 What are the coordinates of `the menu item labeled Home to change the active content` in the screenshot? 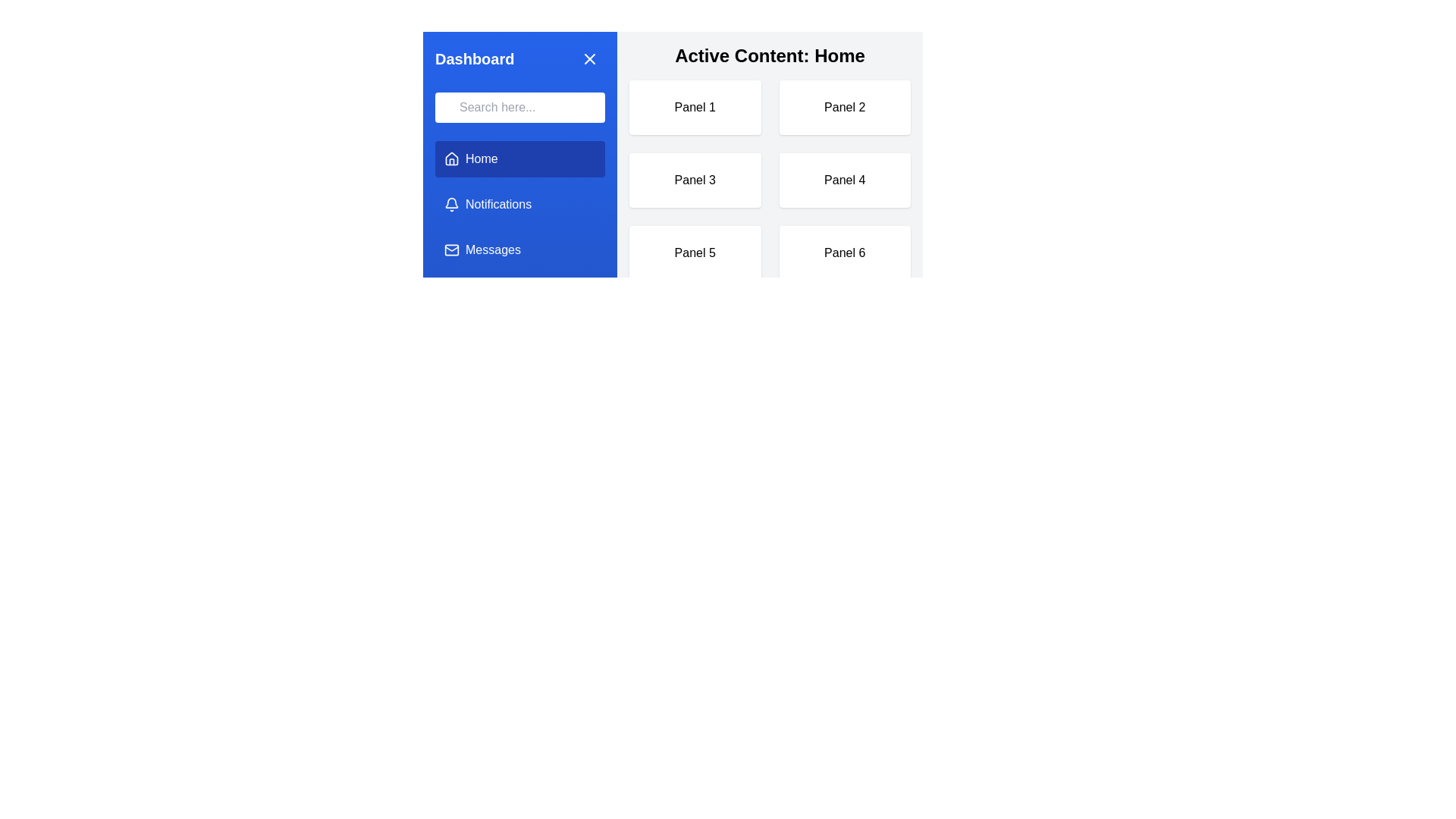 It's located at (520, 158).